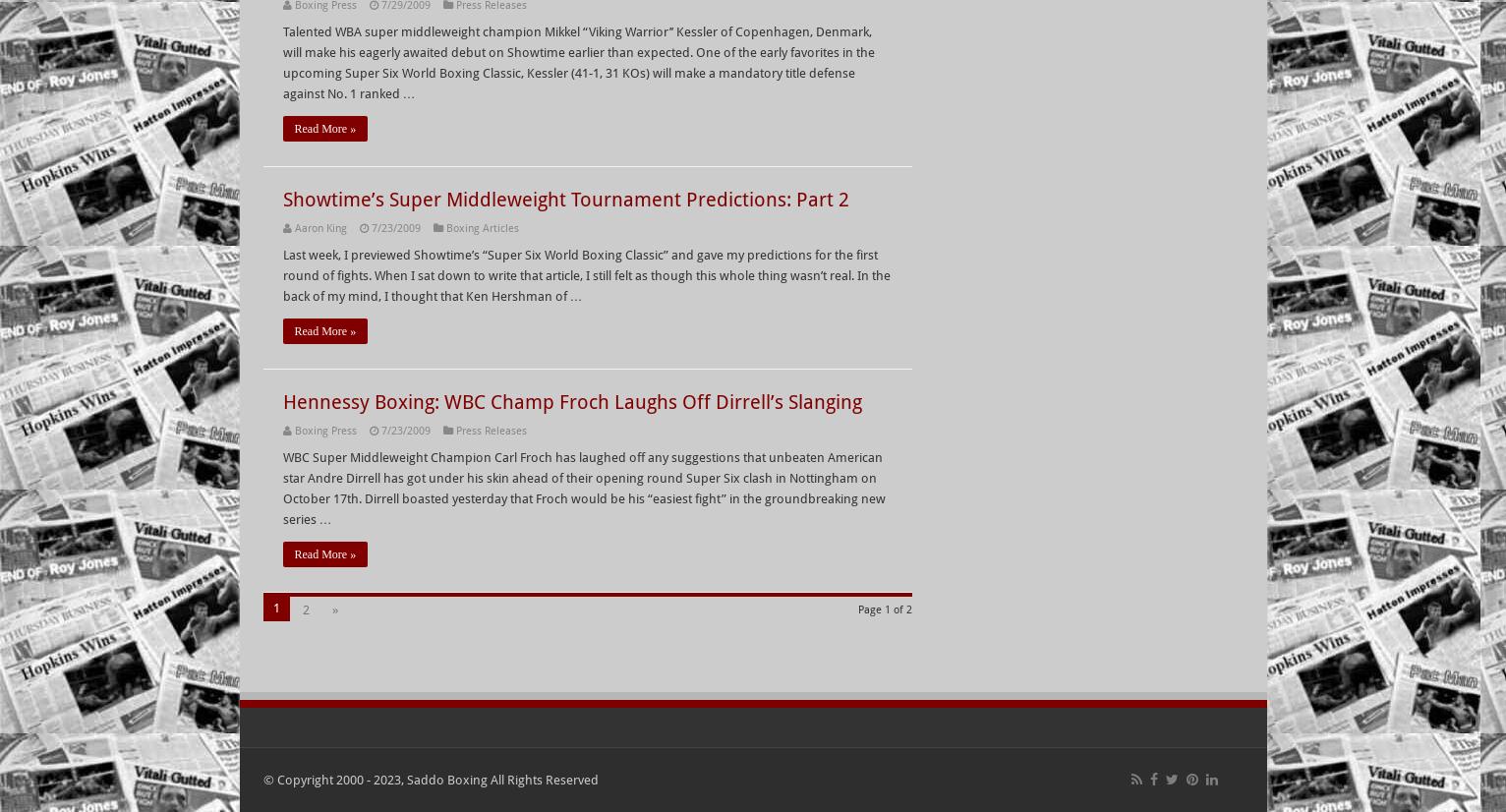 This screenshot has width=1506, height=812. What do you see at coordinates (430, 780) in the screenshot?
I see `'© Copyright 2000 - 2023, Saddo Boxing All Rights Reserved'` at bounding box center [430, 780].